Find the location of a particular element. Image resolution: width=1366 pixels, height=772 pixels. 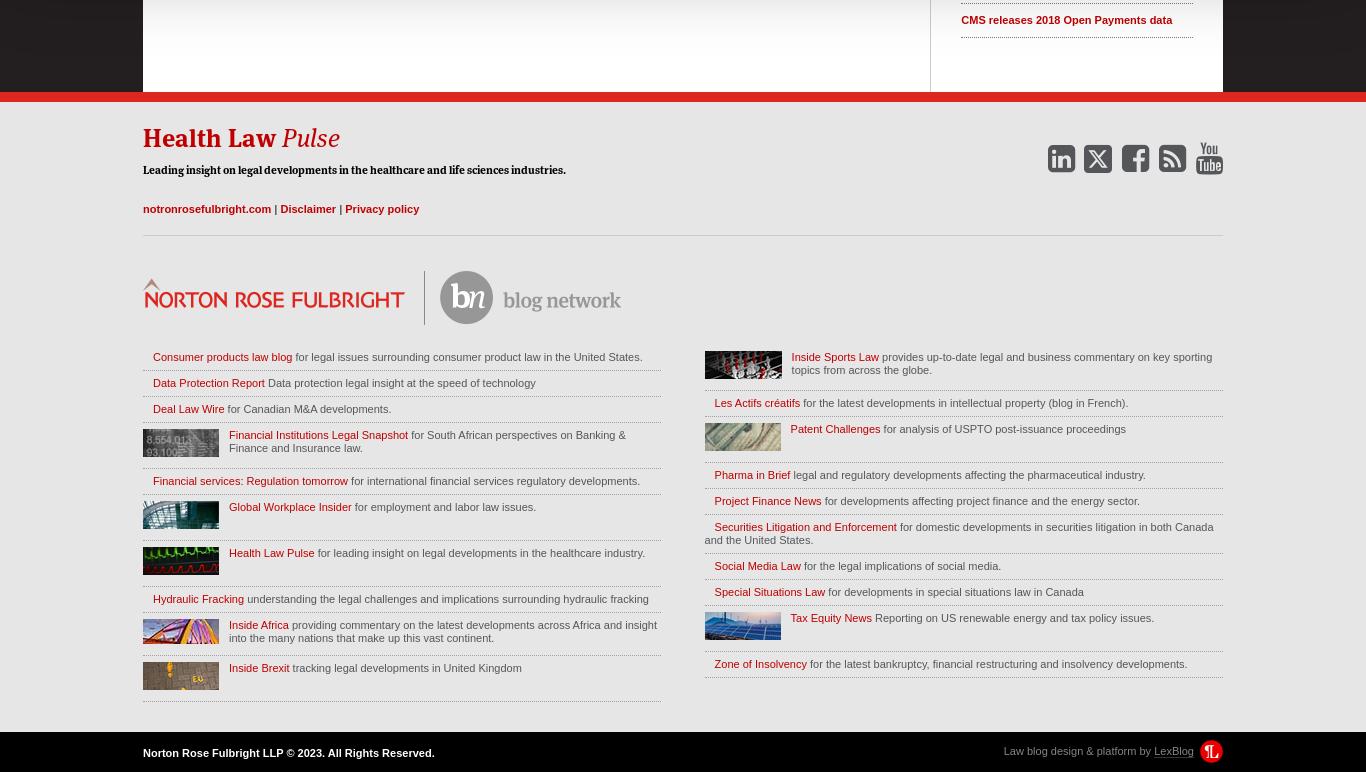

'provides up-to-date legal and business commentary on key sporting topics from across the globe.' is located at coordinates (1001, 361).